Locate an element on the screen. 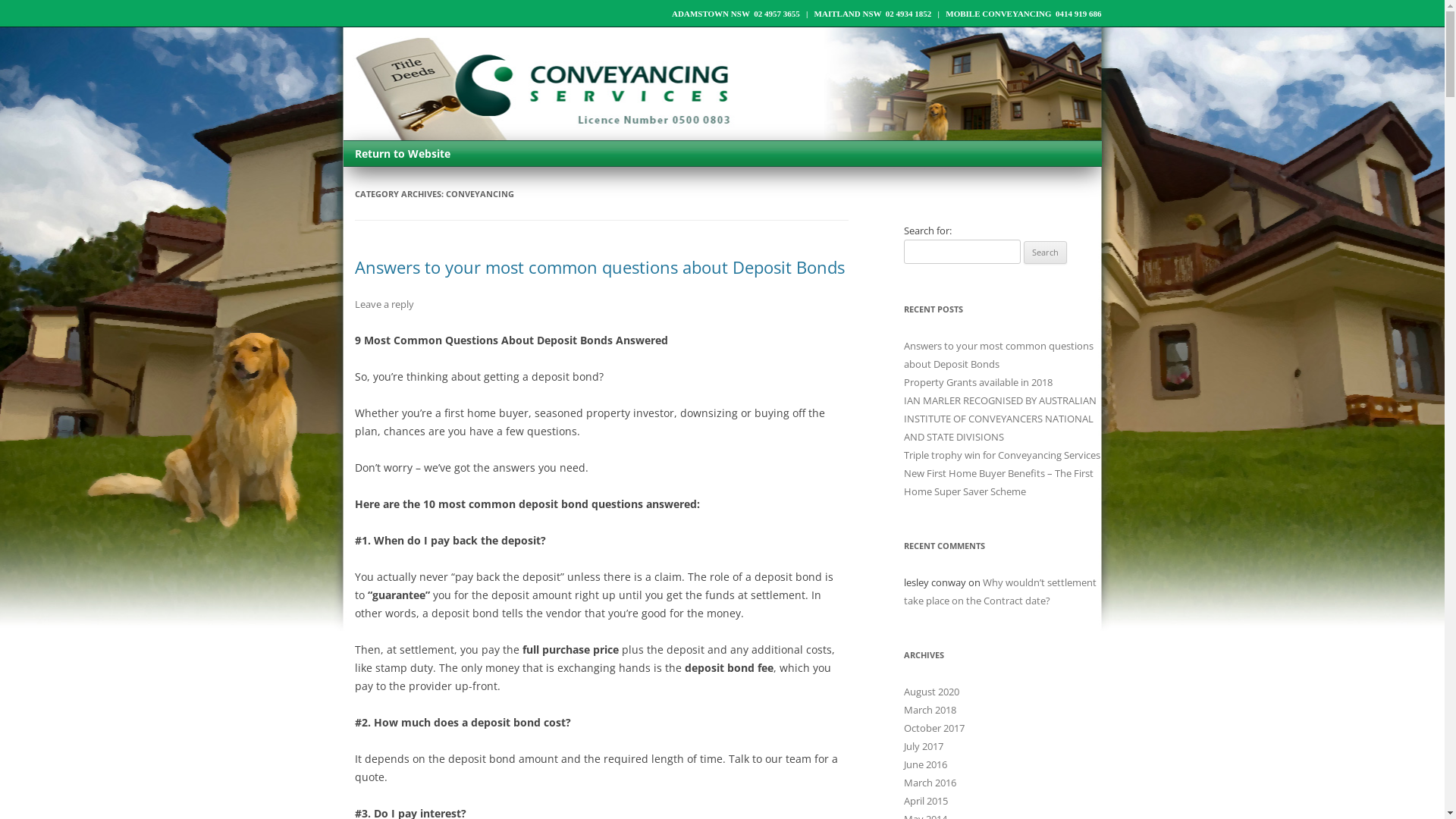  'Return to Website' is located at coordinates (401, 153).